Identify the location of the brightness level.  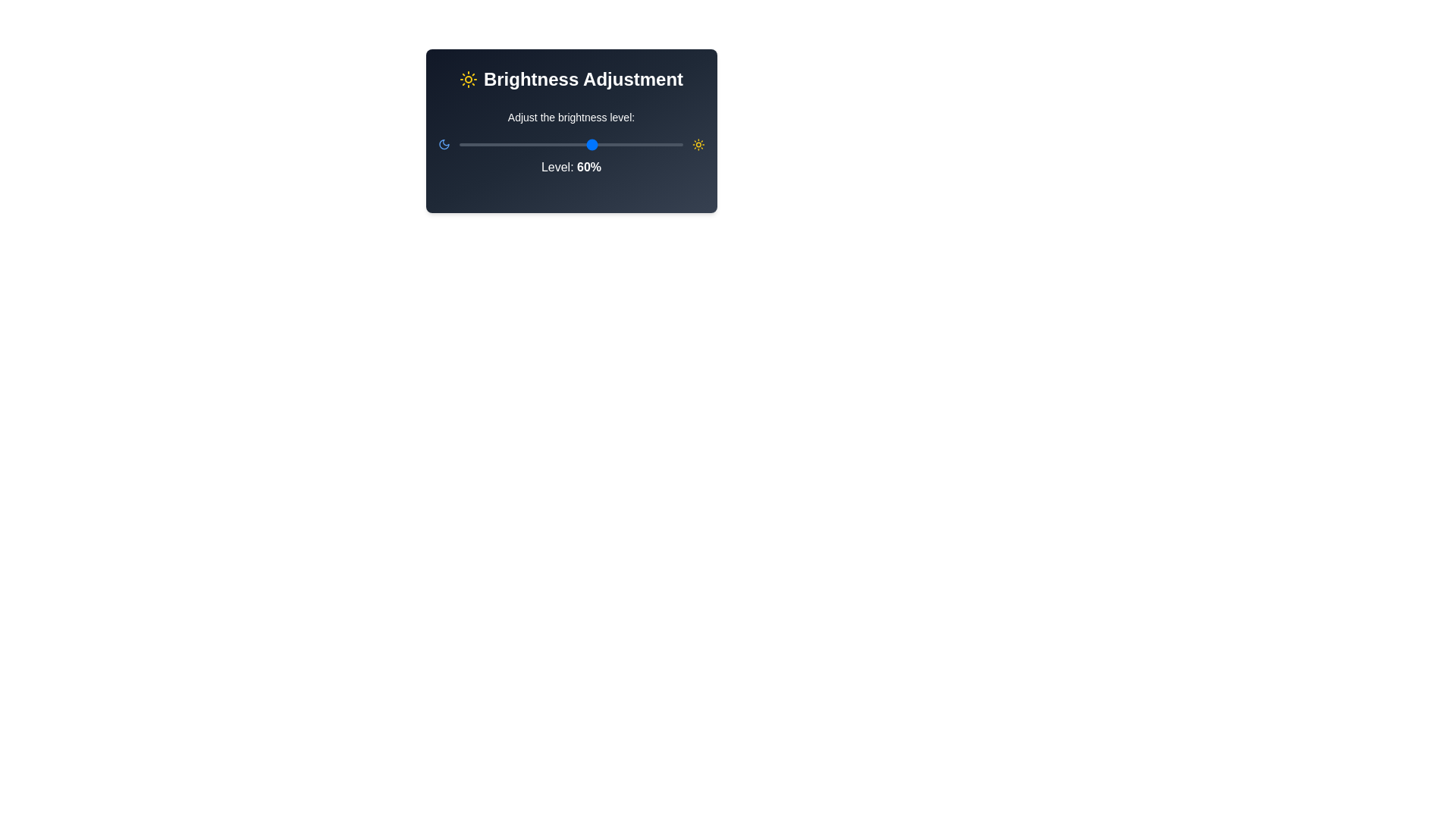
(588, 145).